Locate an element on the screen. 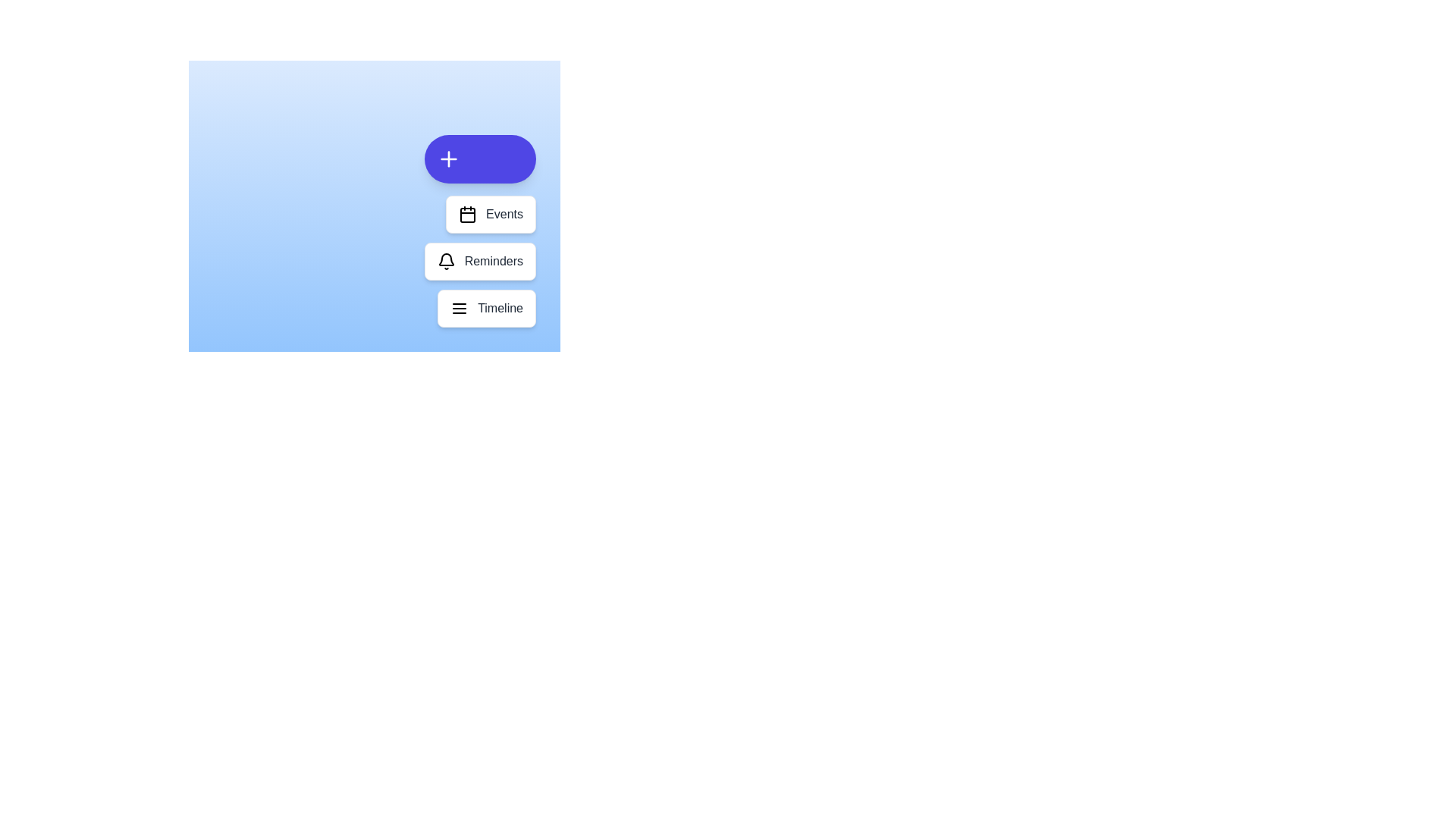 The width and height of the screenshot is (1456, 819). floating action button to toggle the menu is located at coordinates (479, 158).